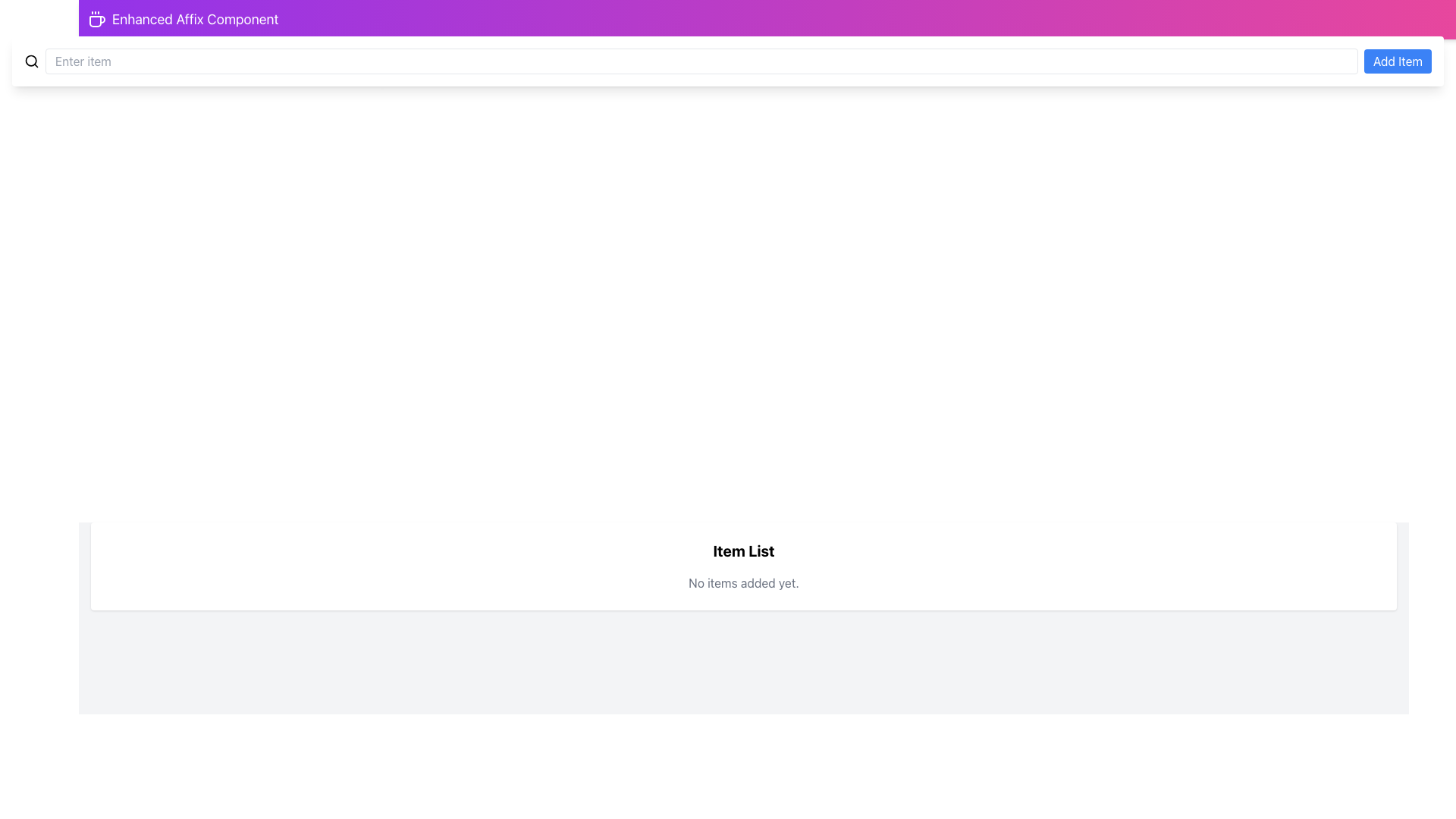 Image resolution: width=1456 pixels, height=819 pixels. What do you see at coordinates (32, 61) in the screenshot?
I see `the search icon located on the header bar, which is positioned to the far left of the text input field marked with 'placeholder: Enter item'` at bounding box center [32, 61].